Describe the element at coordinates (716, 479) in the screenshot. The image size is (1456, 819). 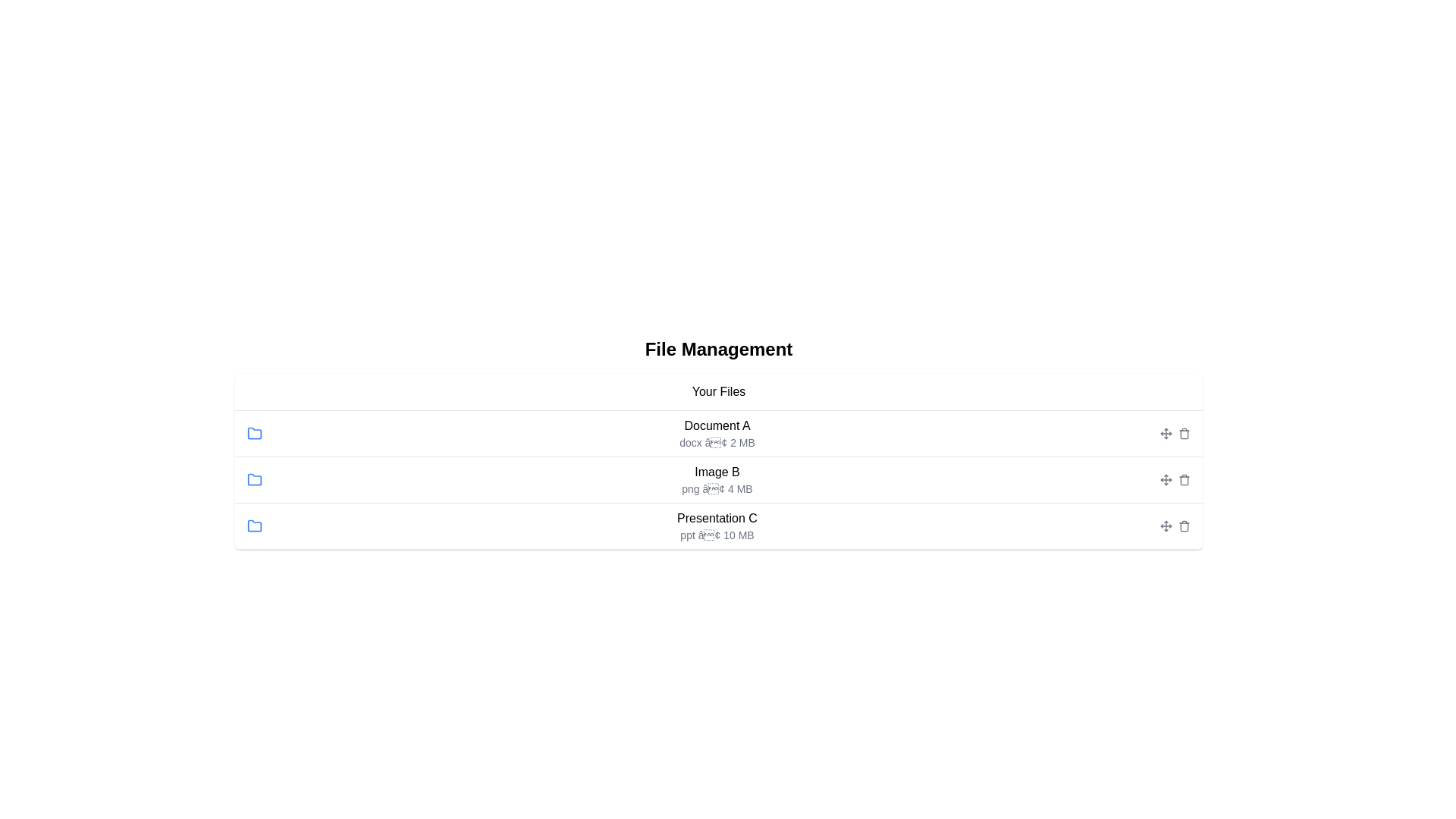
I see `the second row file entry displaying 'Image B png • 4 MB' in the file management interface` at that location.